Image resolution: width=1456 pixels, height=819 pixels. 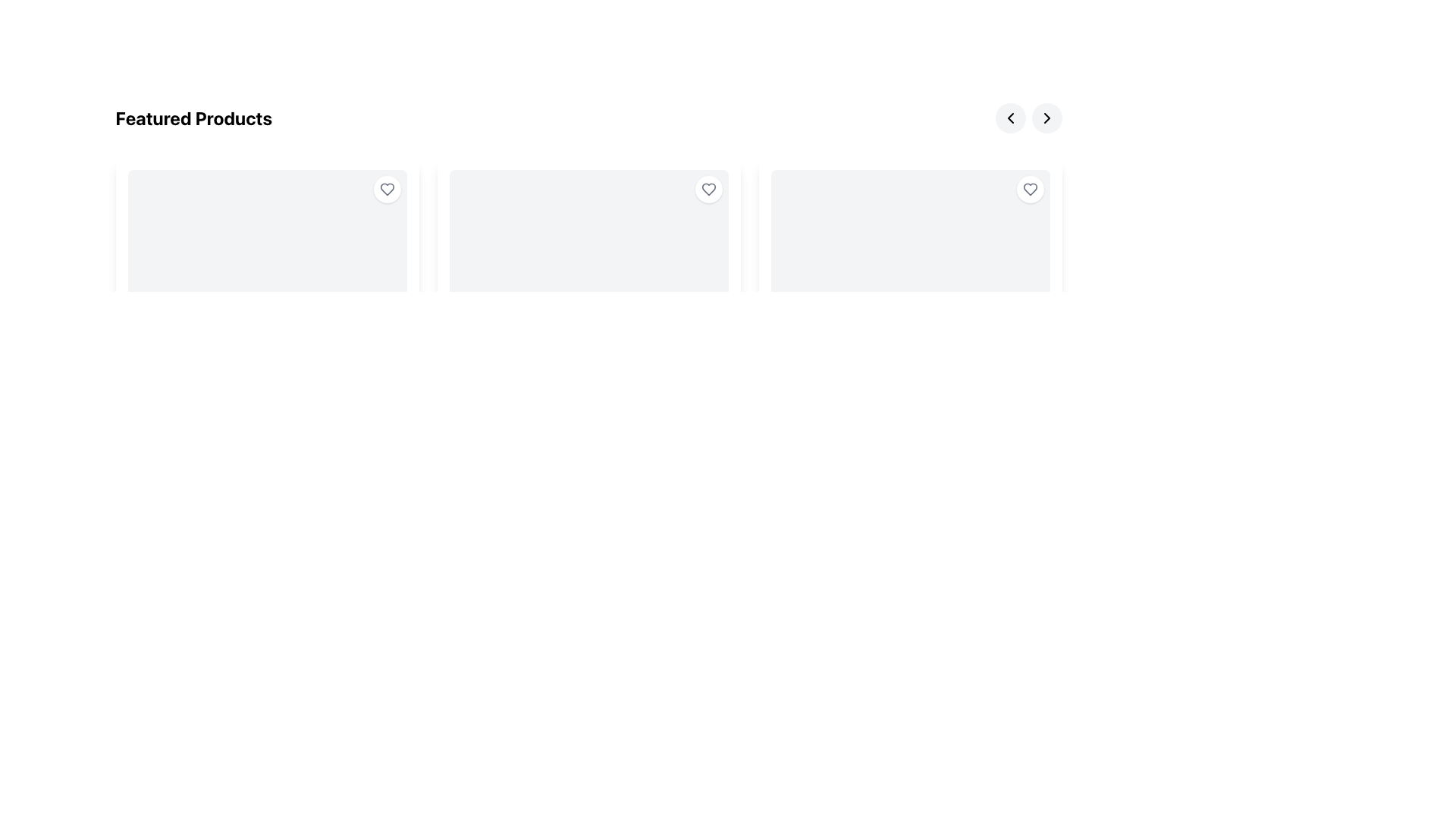 What do you see at coordinates (1010, 117) in the screenshot?
I see `the left-pointing arrow icon embedded in a rounded square button with a light gray background` at bounding box center [1010, 117].